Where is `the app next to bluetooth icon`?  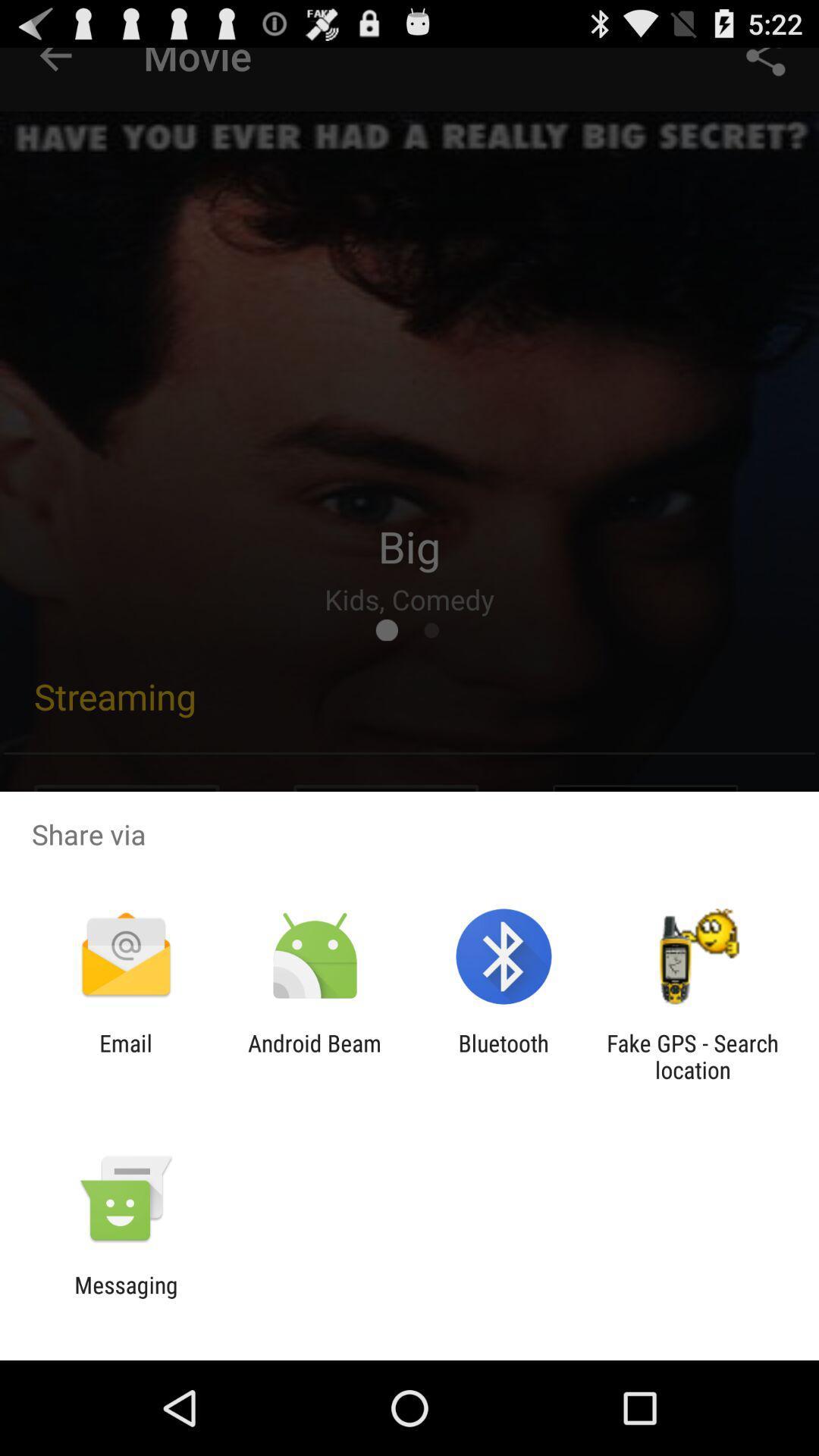
the app next to bluetooth icon is located at coordinates (692, 1056).